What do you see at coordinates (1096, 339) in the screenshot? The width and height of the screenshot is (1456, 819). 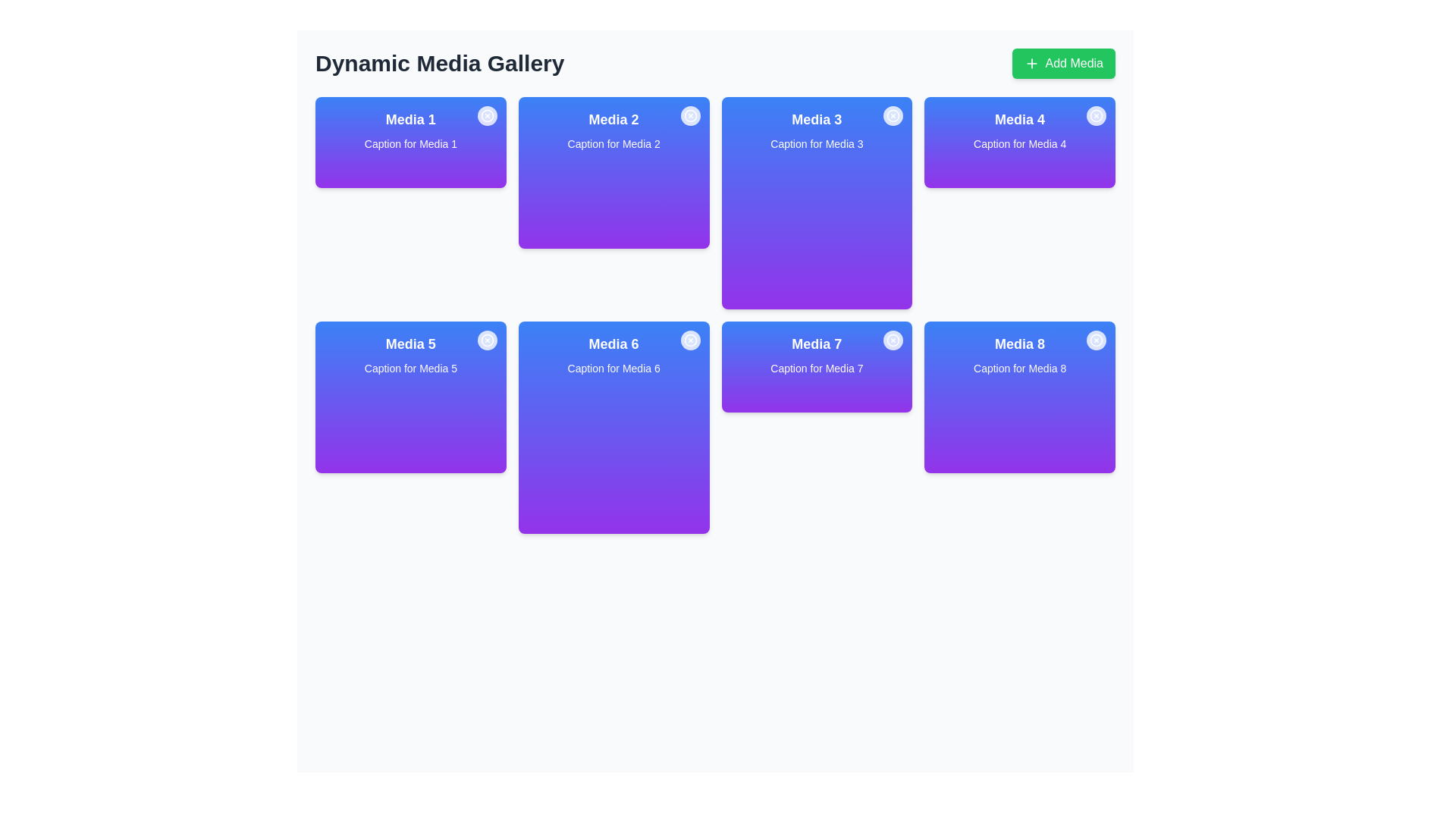 I see `the close button icon with an 'X' inside a circular design located at the top-right corner of the 'Media 8' card` at bounding box center [1096, 339].